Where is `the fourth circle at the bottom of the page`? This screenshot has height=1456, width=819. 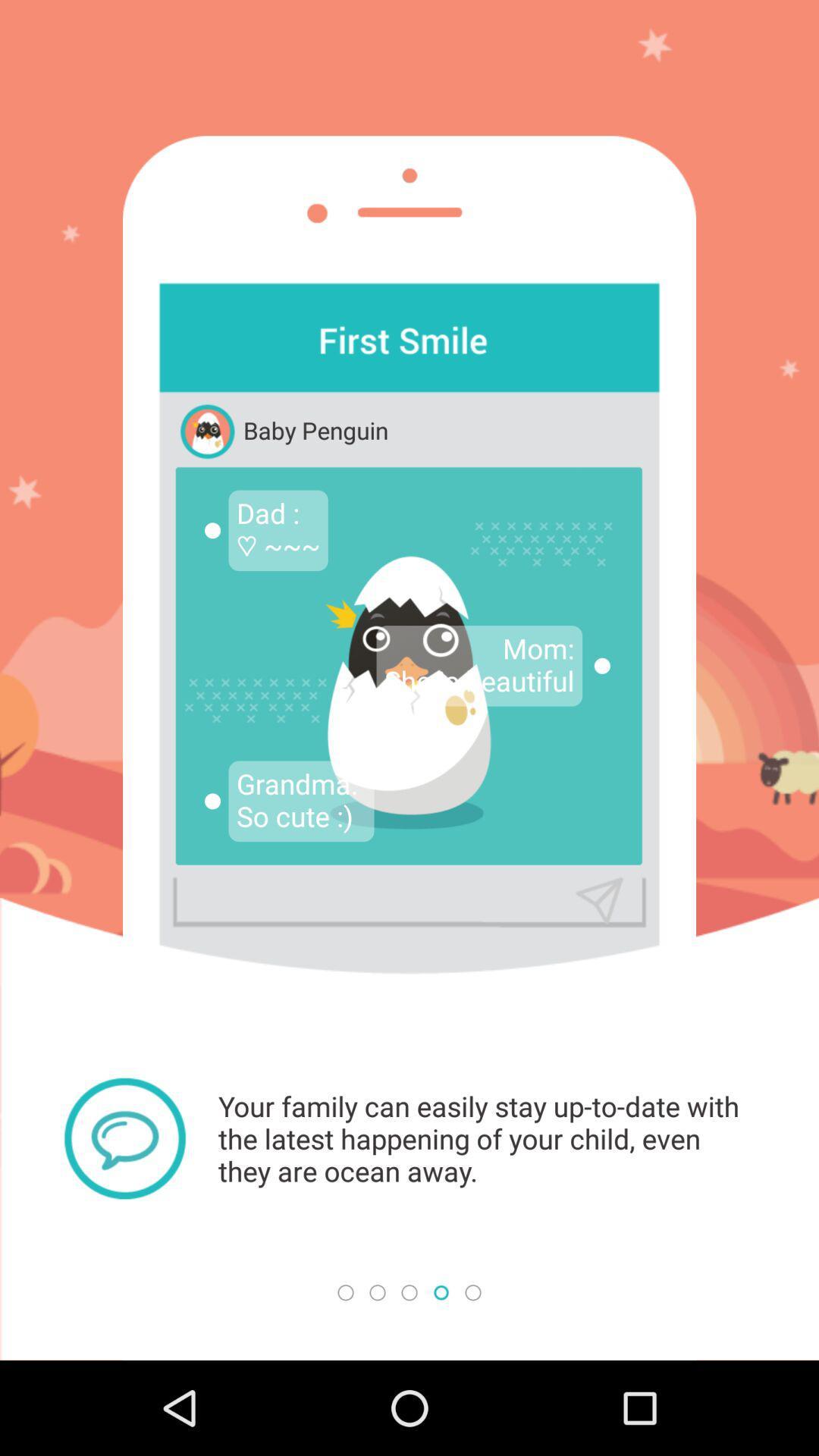 the fourth circle at the bottom of the page is located at coordinates (441, 1291).